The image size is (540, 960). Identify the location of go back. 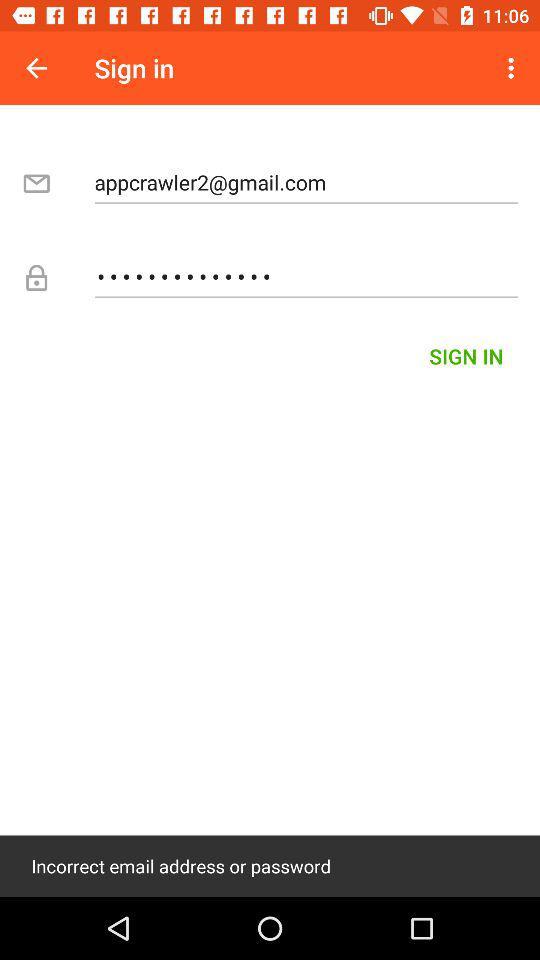
(36, 68).